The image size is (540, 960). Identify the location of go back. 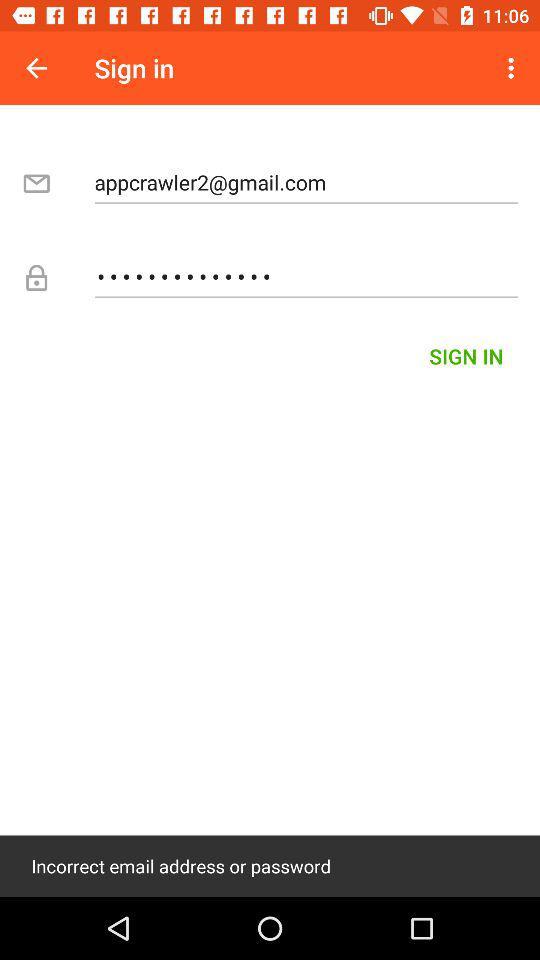
(36, 68).